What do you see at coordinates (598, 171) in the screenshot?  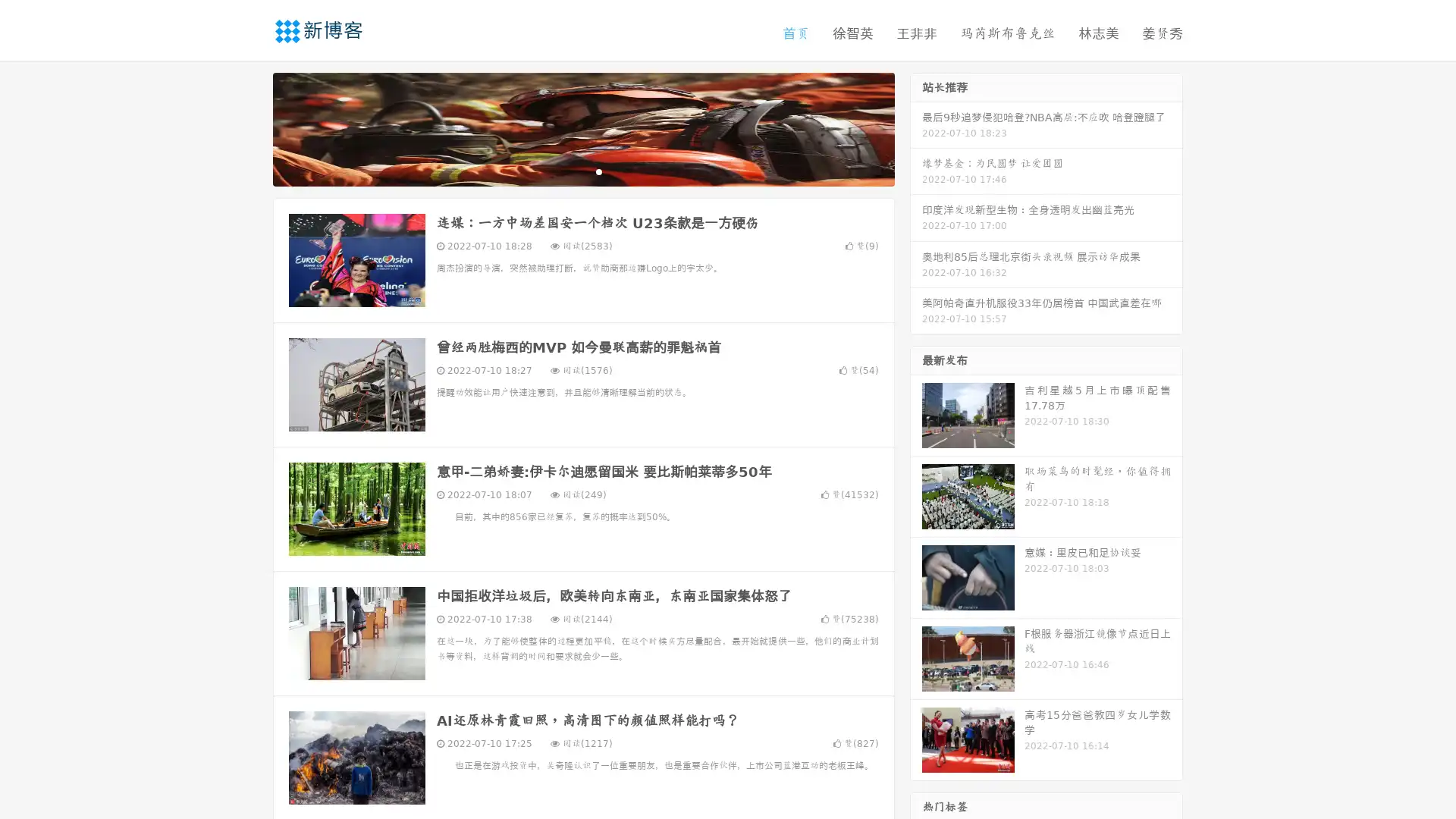 I see `Go to slide 3` at bounding box center [598, 171].